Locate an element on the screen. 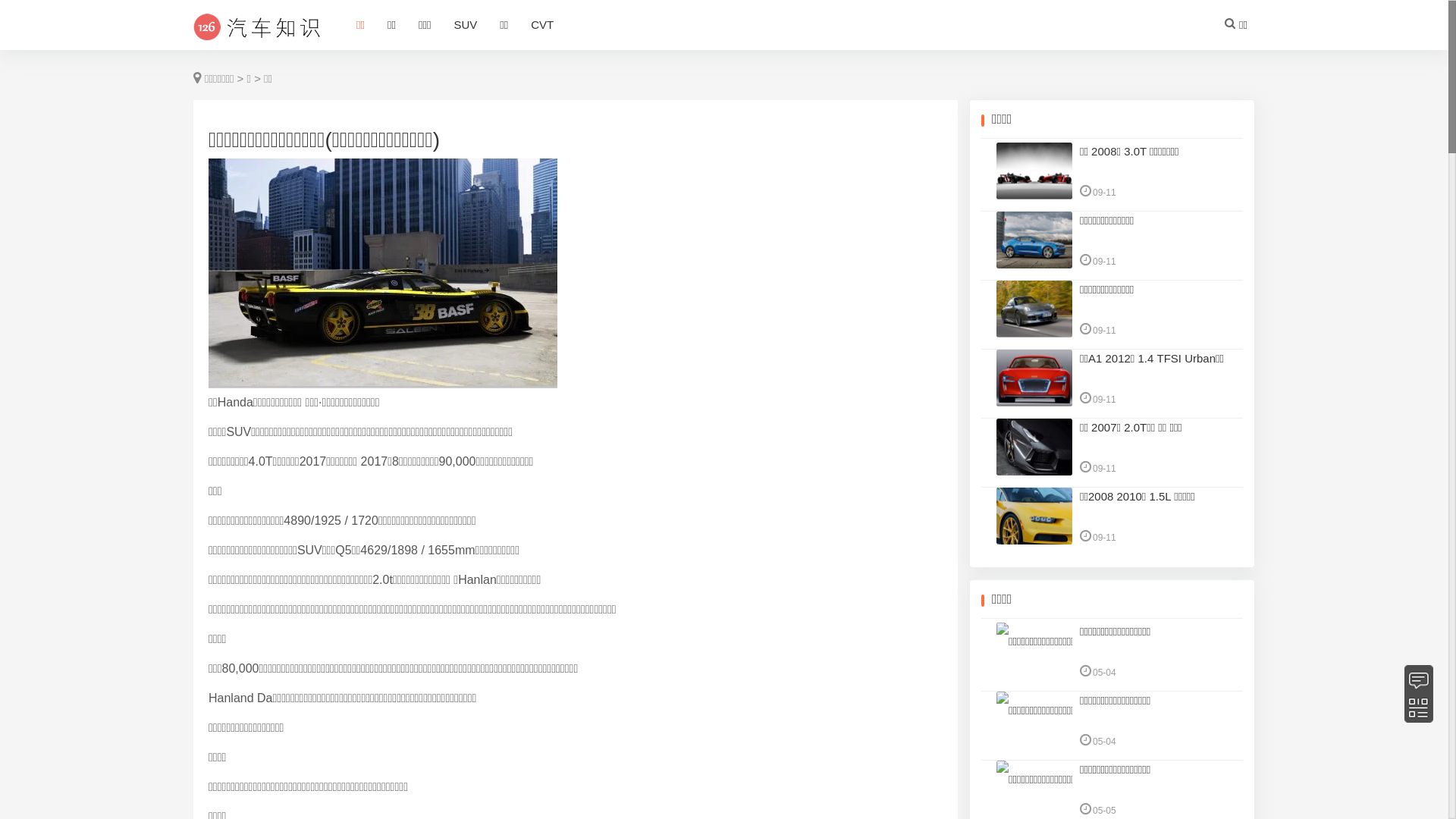 The image size is (1456, 819). 'SUV' is located at coordinates (464, 26).